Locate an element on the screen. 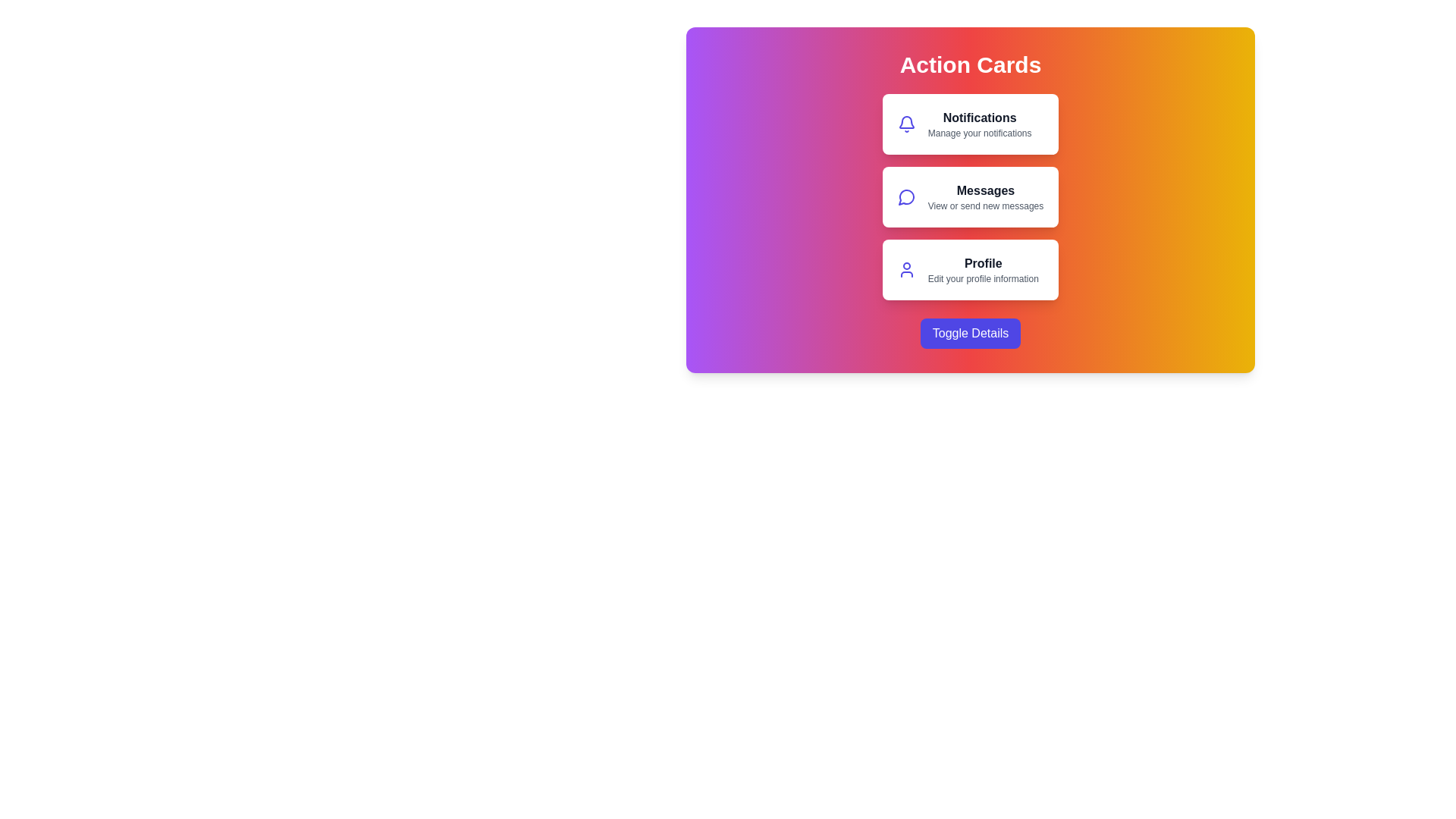 The image size is (1456, 819). user profile icon located at the center of the 'Profile' card, situated between the 'Messages' card and the 'Toggle Details' button, using the browser developer tools is located at coordinates (906, 268).